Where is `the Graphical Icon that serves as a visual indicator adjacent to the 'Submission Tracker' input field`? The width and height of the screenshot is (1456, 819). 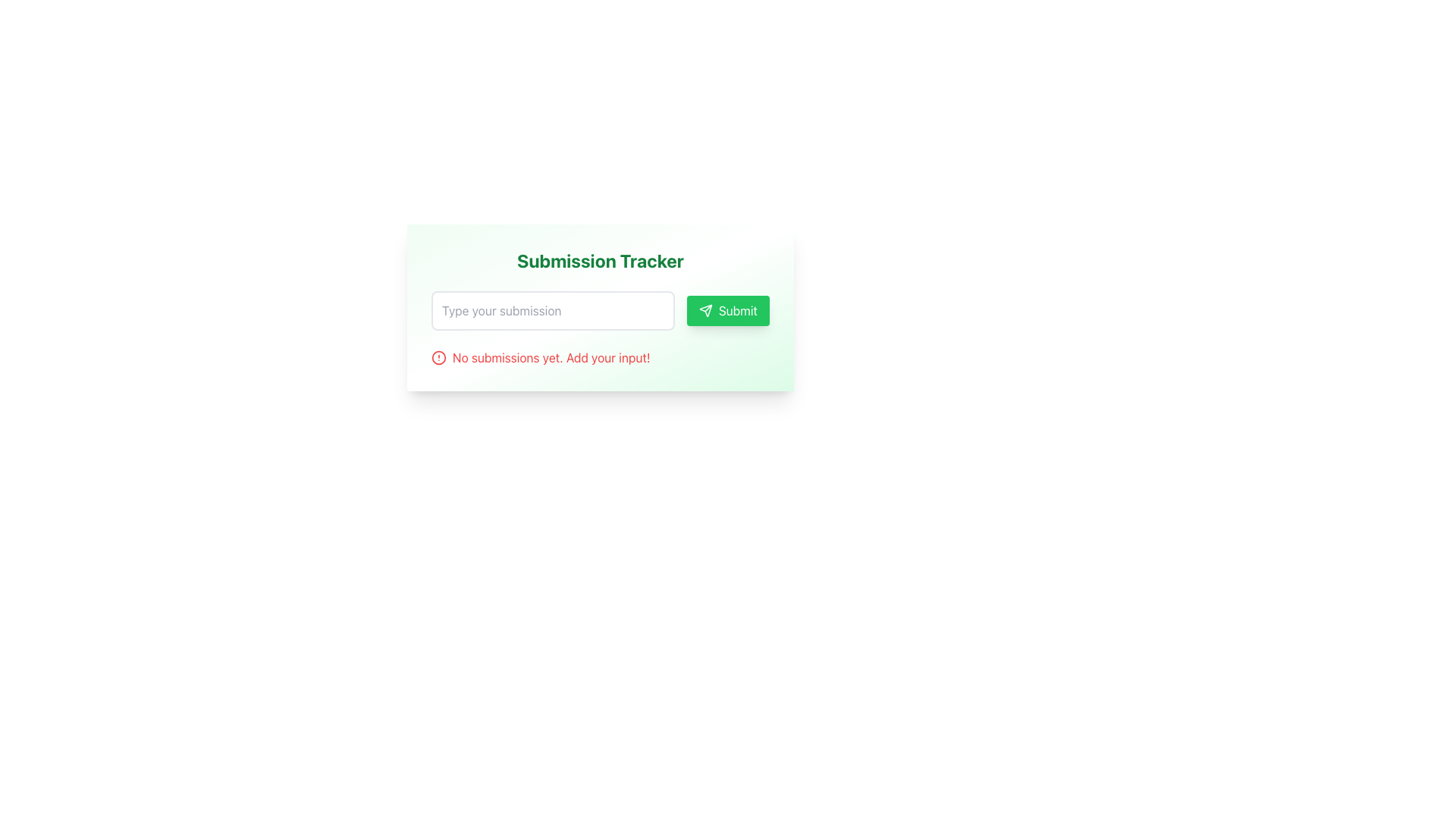 the Graphical Icon that serves as a visual indicator adjacent to the 'Submission Tracker' input field is located at coordinates (438, 357).